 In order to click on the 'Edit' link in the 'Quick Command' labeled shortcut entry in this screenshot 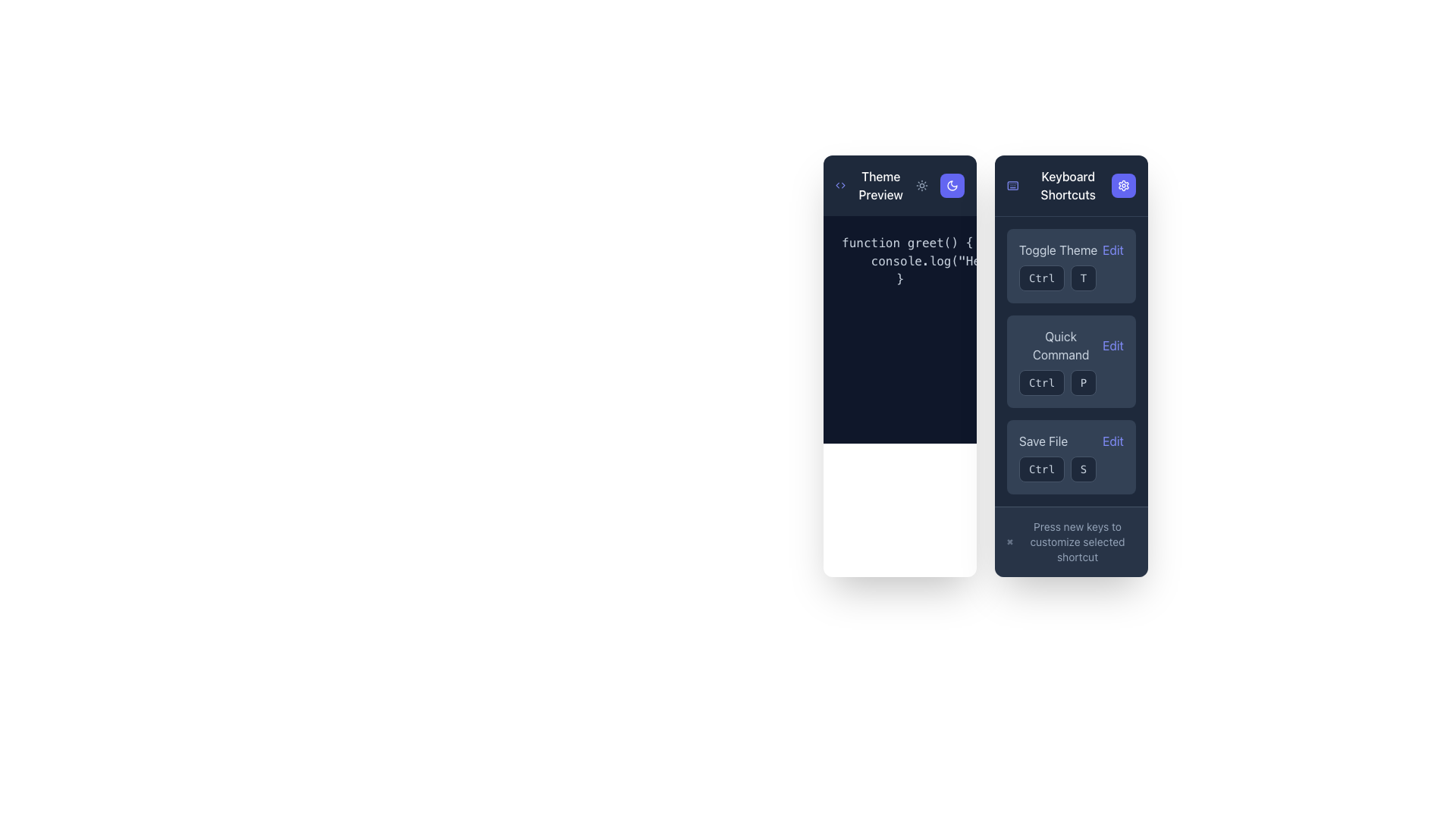, I will do `click(1070, 345)`.